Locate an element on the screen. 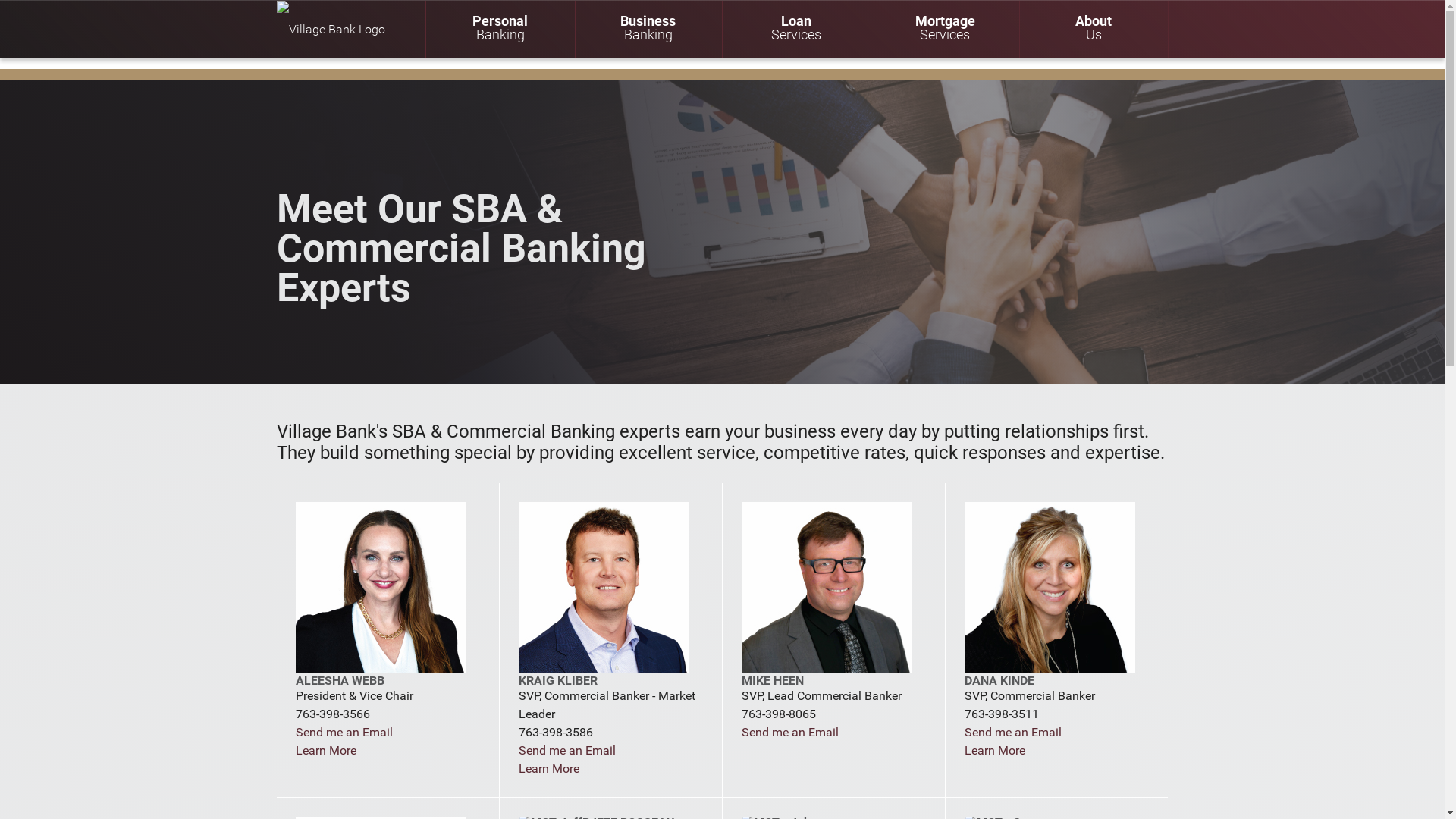  'Learn More' is located at coordinates (548, 768).